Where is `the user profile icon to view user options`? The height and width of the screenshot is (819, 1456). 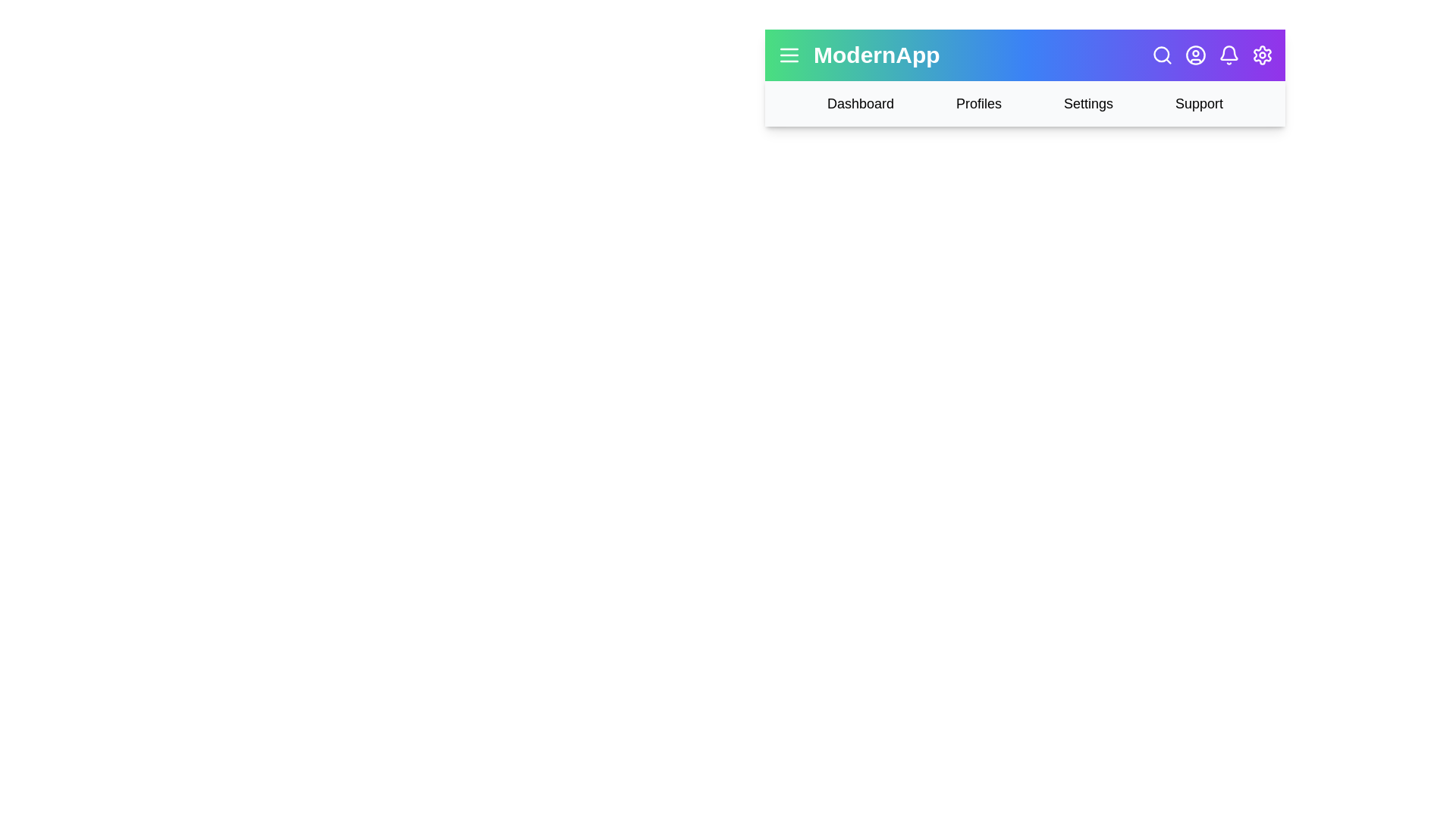
the user profile icon to view user options is located at coordinates (1195, 55).